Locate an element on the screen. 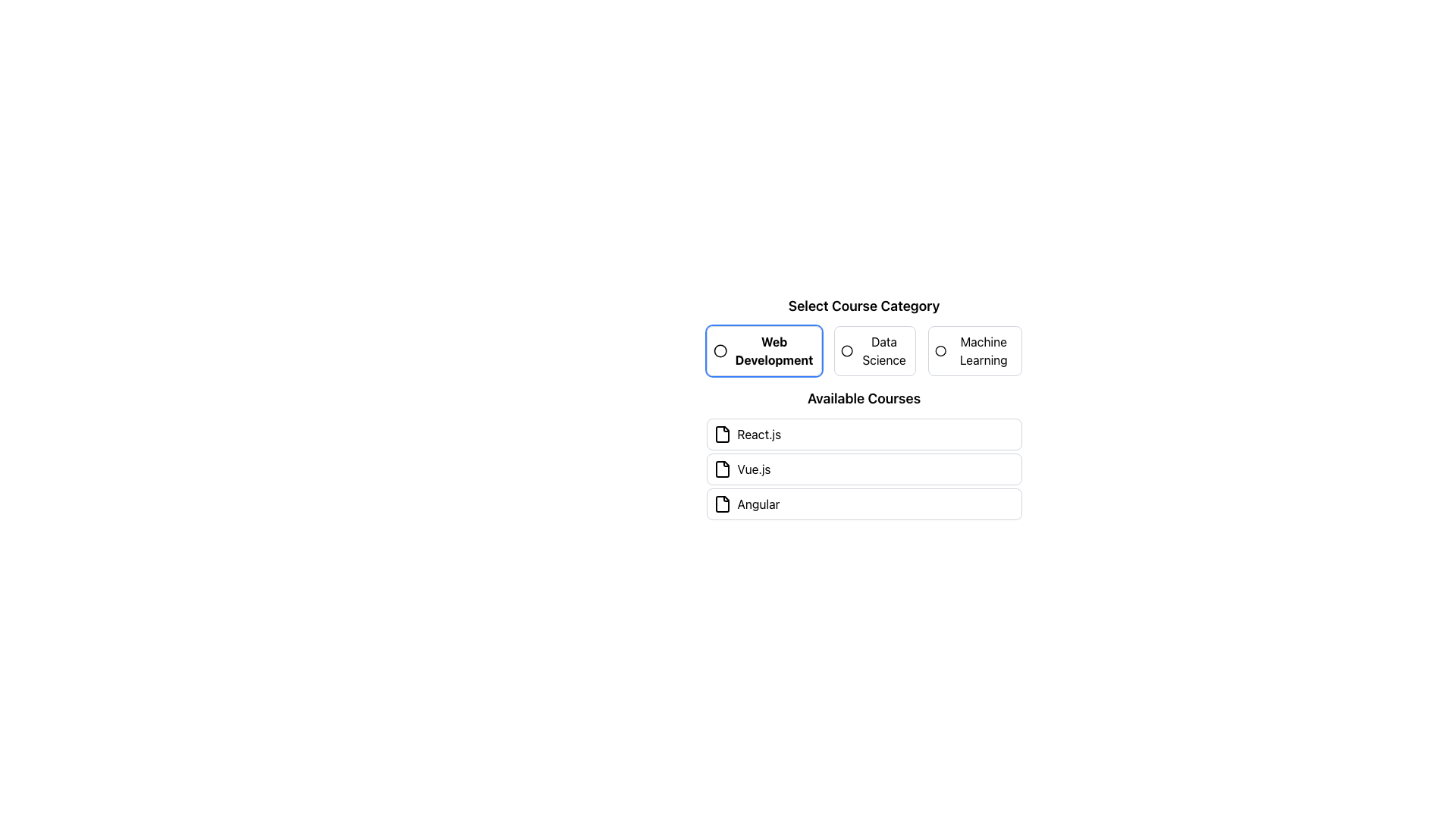 Image resolution: width=1456 pixels, height=819 pixels. the third radio button labeled 'Machine Learning' under the 'Select Course Category' heading to activate the category is located at coordinates (974, 350).